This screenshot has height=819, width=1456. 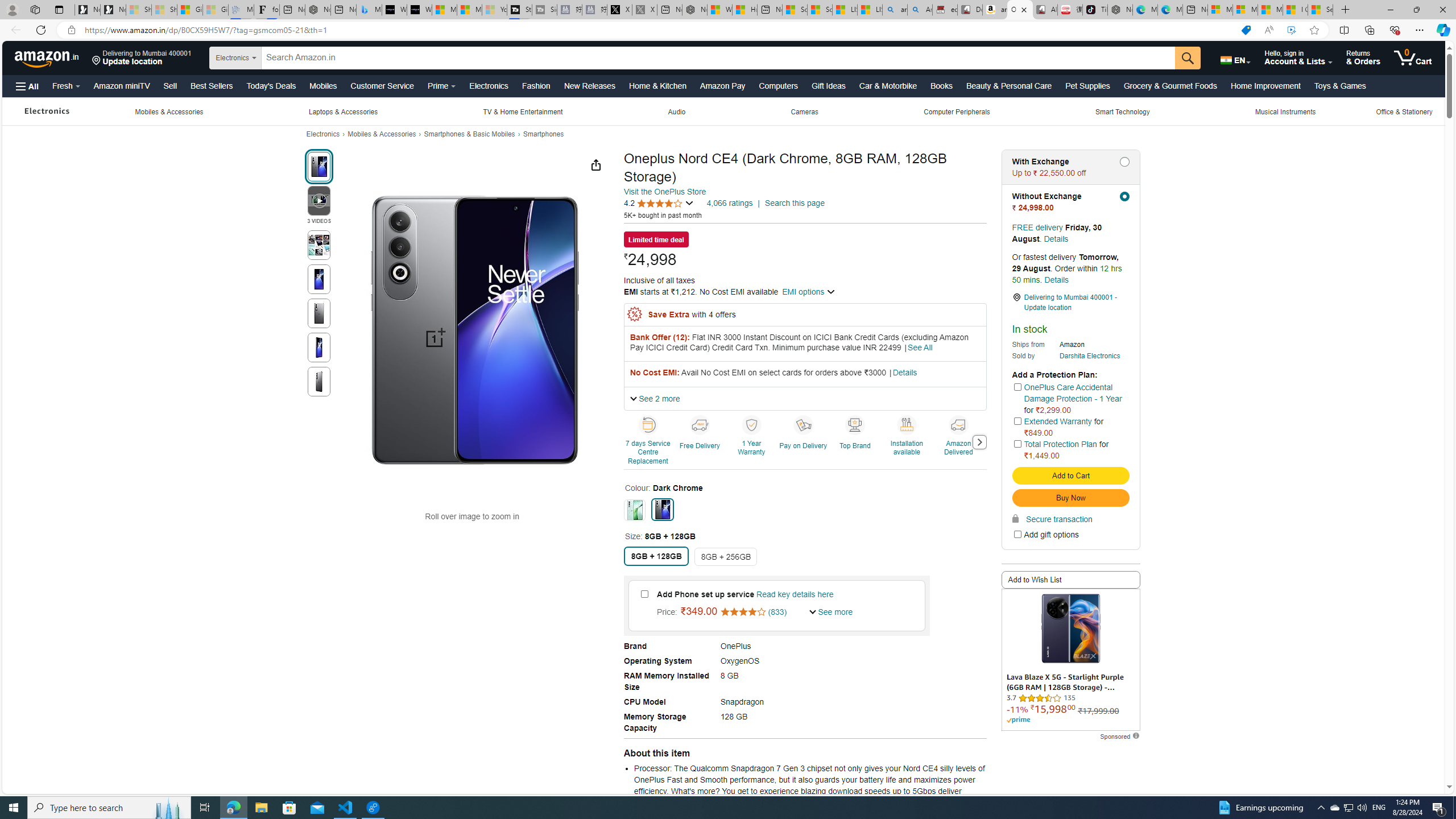 I want to click on 'Hello, sign in Account & Lists', so click(x=1298, y=57).